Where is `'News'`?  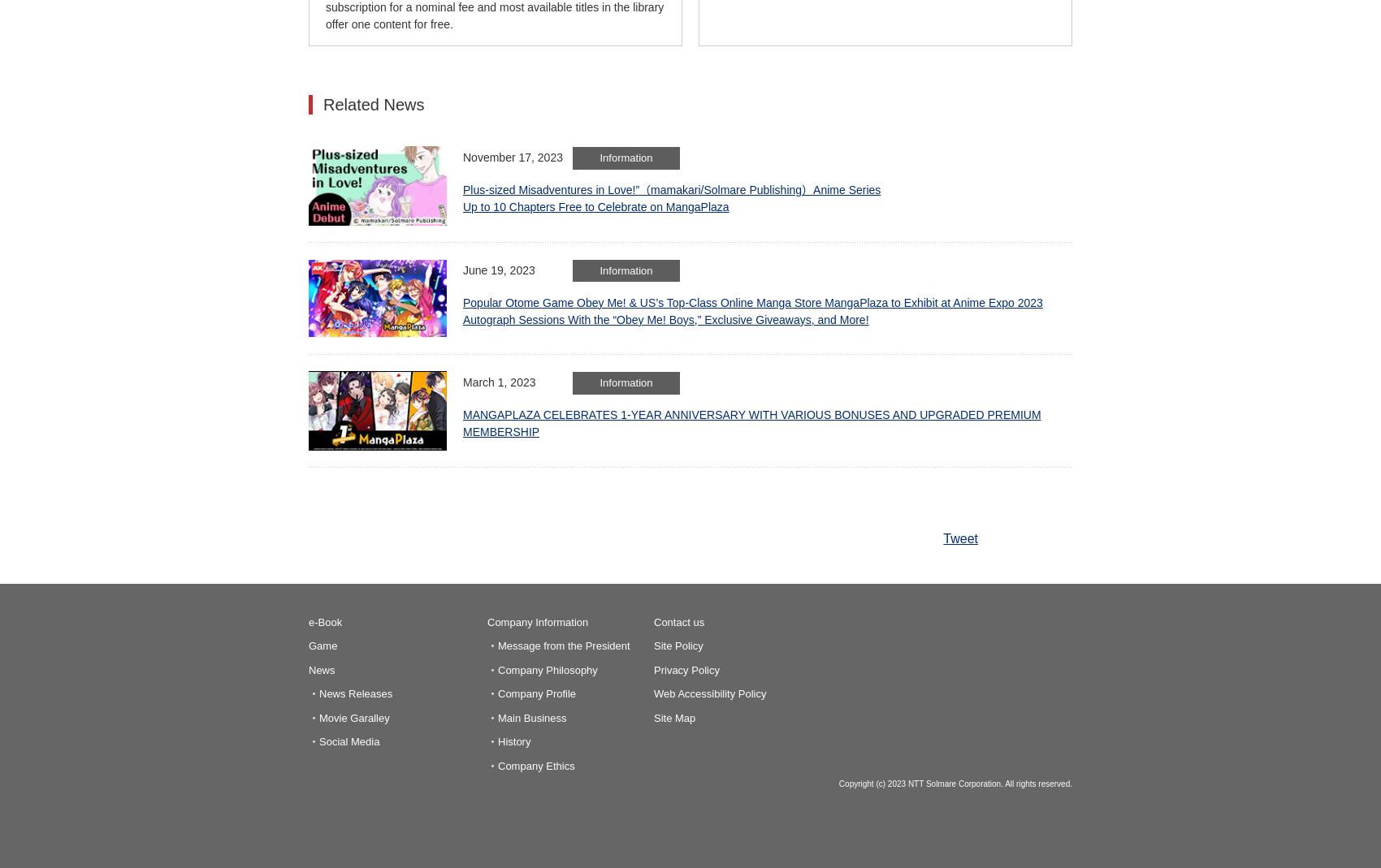
'News' is located at coordinates (307, 669).